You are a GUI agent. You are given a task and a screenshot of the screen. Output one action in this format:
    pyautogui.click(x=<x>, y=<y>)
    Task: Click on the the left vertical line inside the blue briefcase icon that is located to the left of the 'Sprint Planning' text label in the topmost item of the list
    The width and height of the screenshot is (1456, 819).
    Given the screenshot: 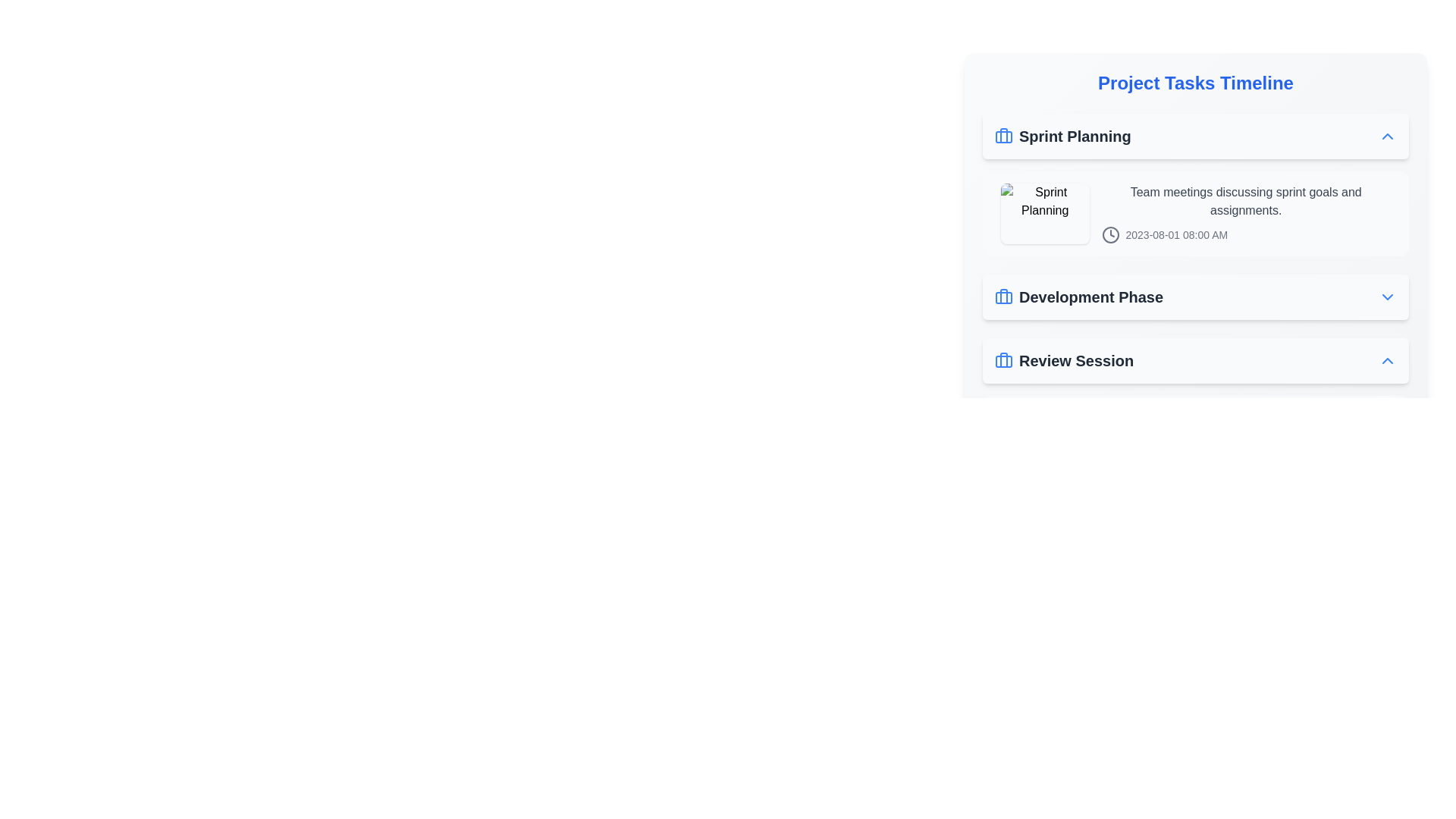 What is the action you would take?
    pyautogui.click(x=1004, y=134)
    